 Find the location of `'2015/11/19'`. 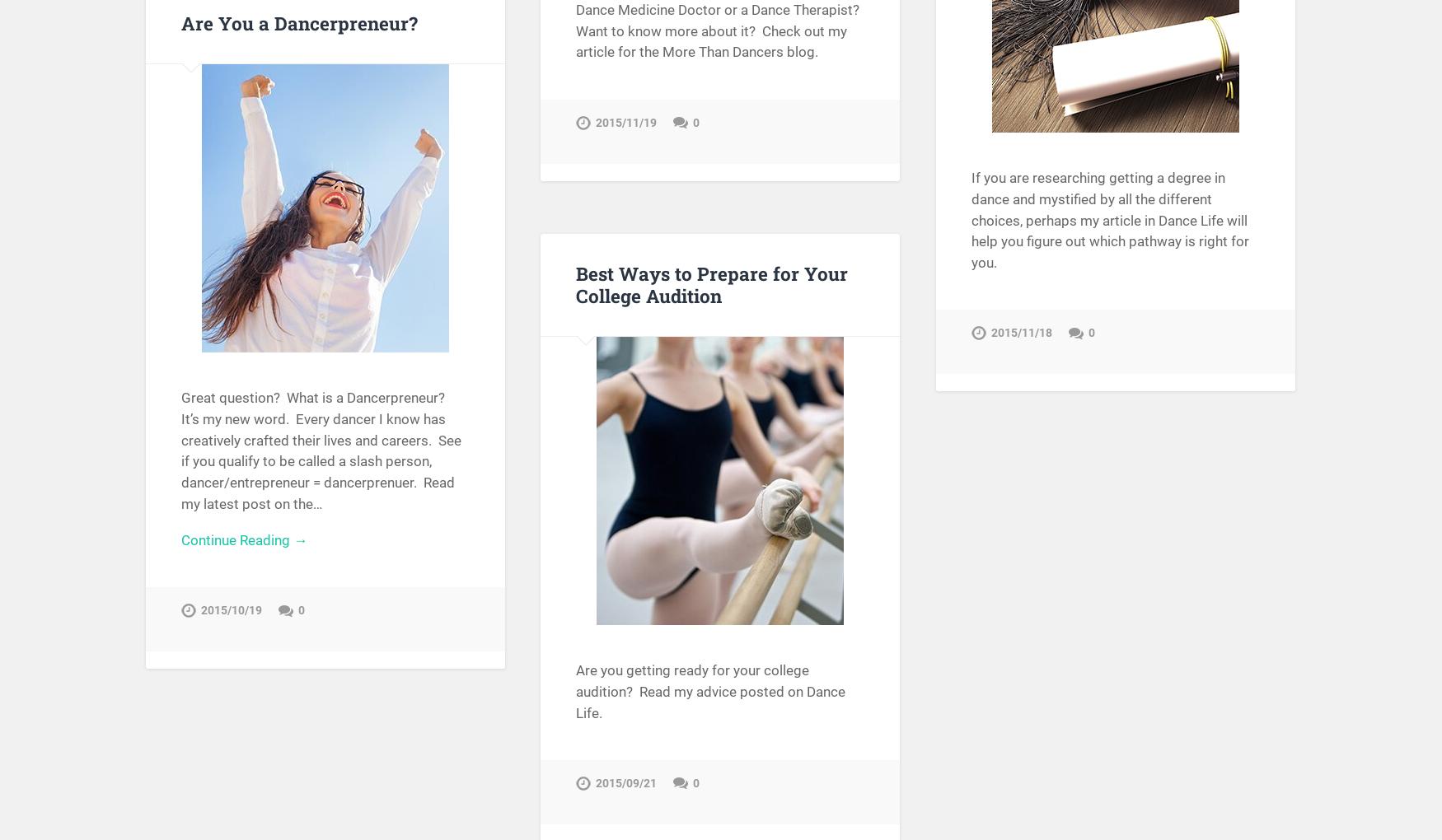

'2015/11/19' is located at coordinates (625, 129).